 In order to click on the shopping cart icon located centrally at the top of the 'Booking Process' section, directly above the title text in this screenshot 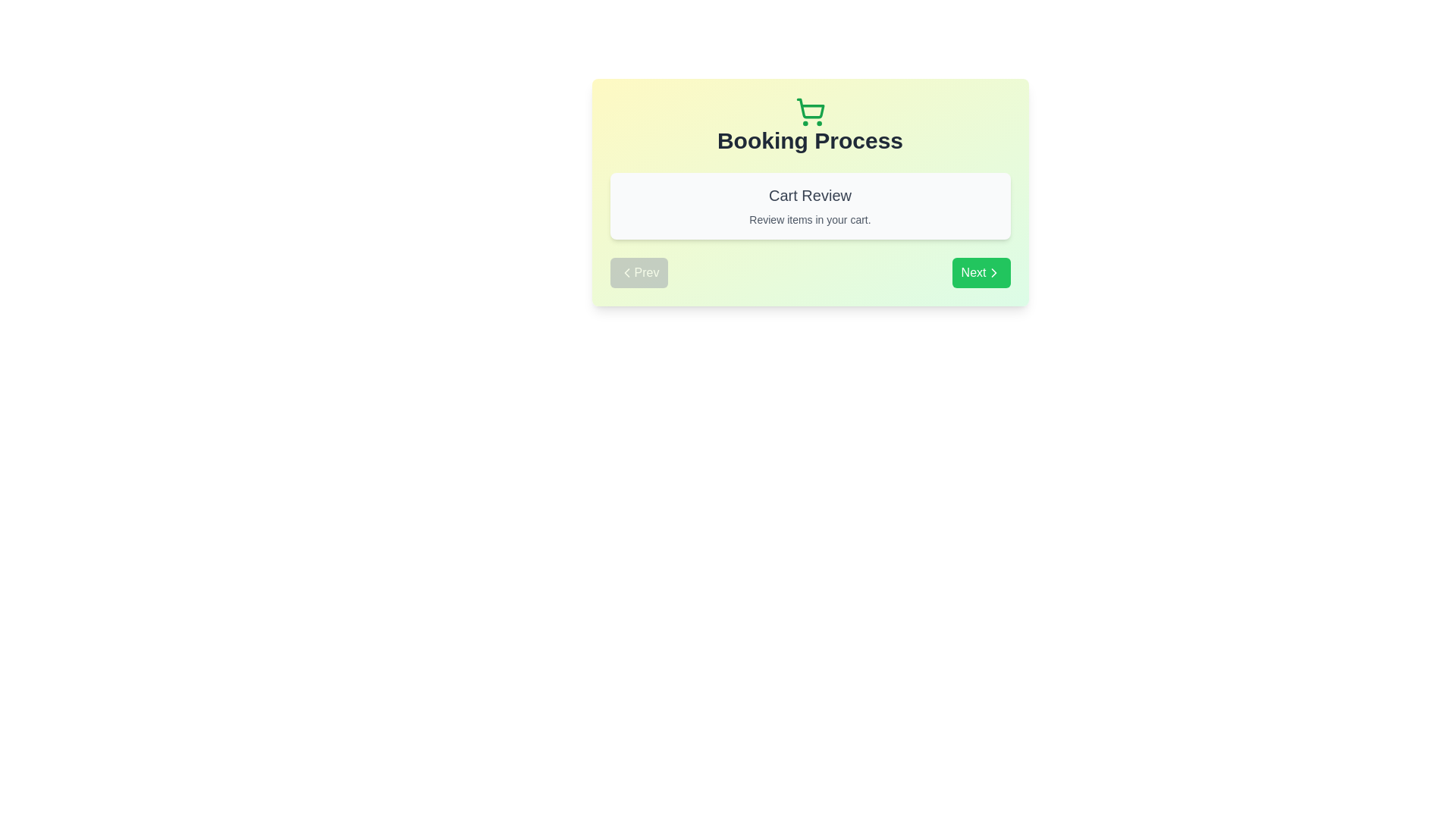, I will do `click(809, 111)`.